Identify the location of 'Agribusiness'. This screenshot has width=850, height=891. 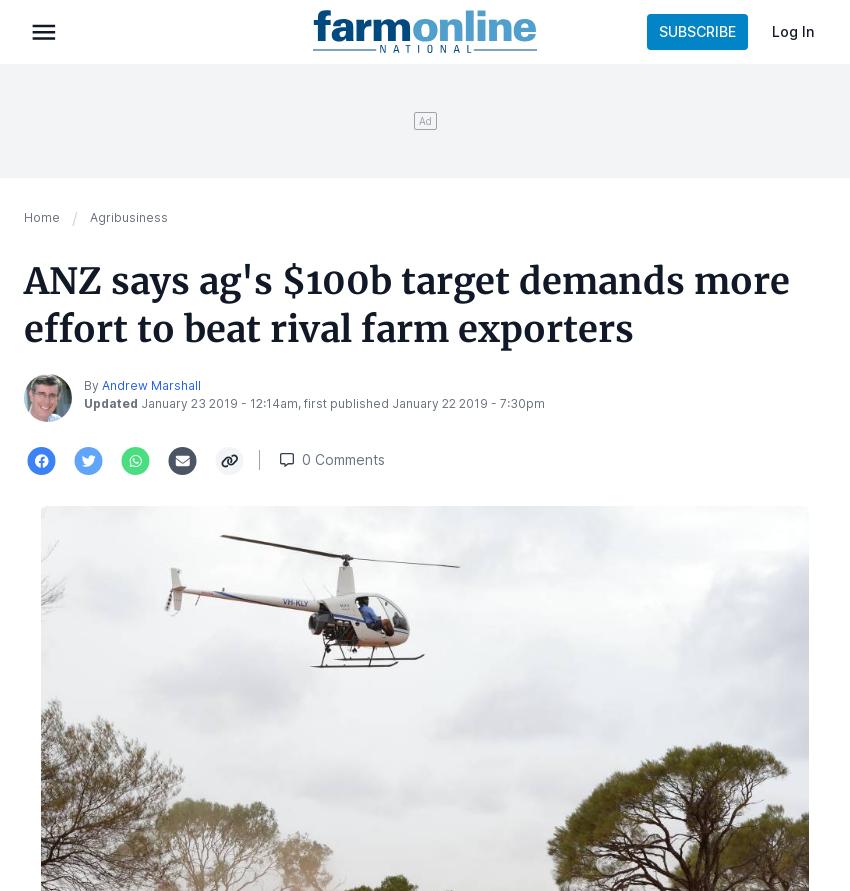
(129, 217).